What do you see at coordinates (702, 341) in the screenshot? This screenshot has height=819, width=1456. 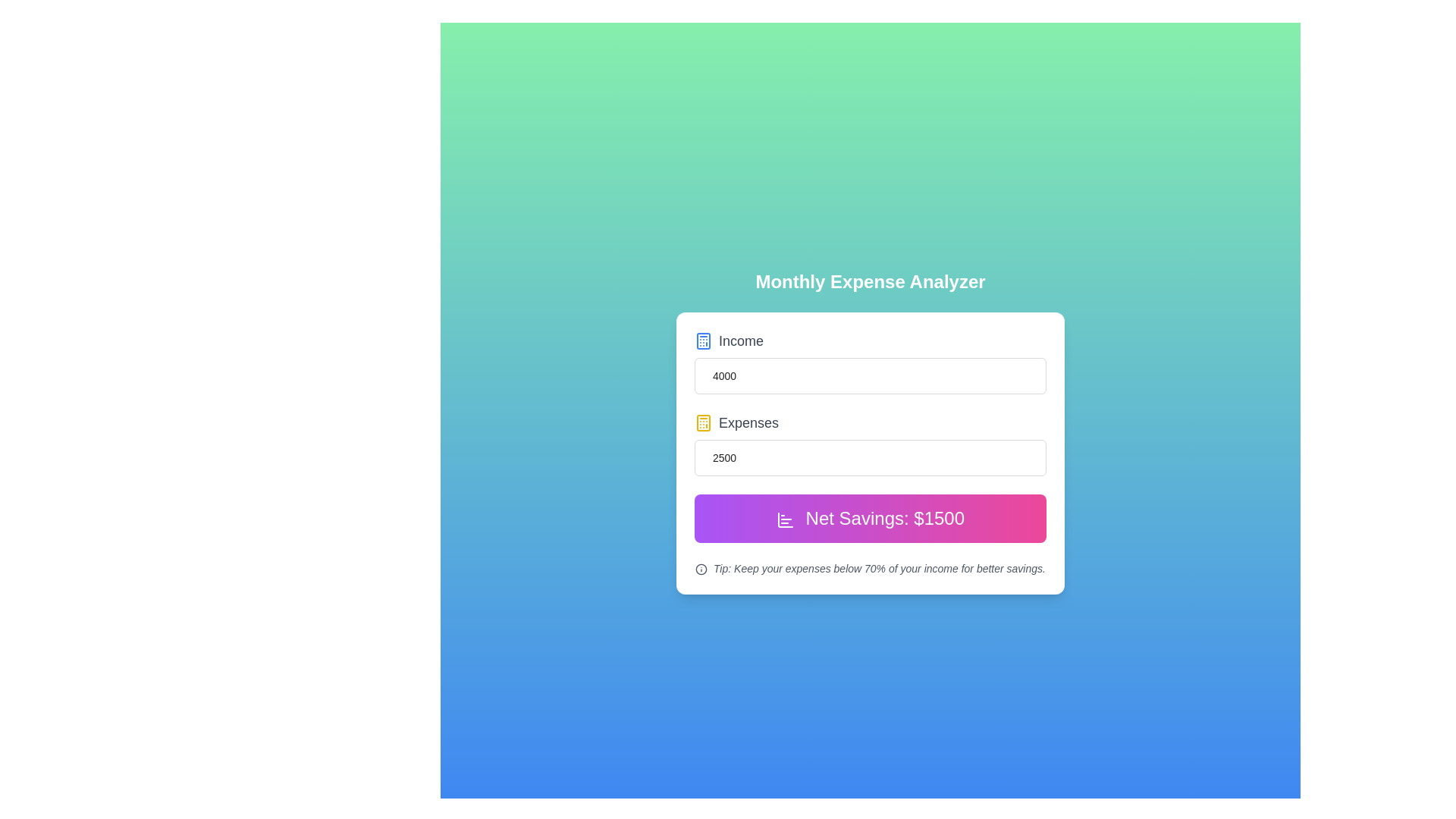 I see `the Decorative Icon located to the left of the 'Income' text in the Income input section of the form` at bounding box center [702, 341].